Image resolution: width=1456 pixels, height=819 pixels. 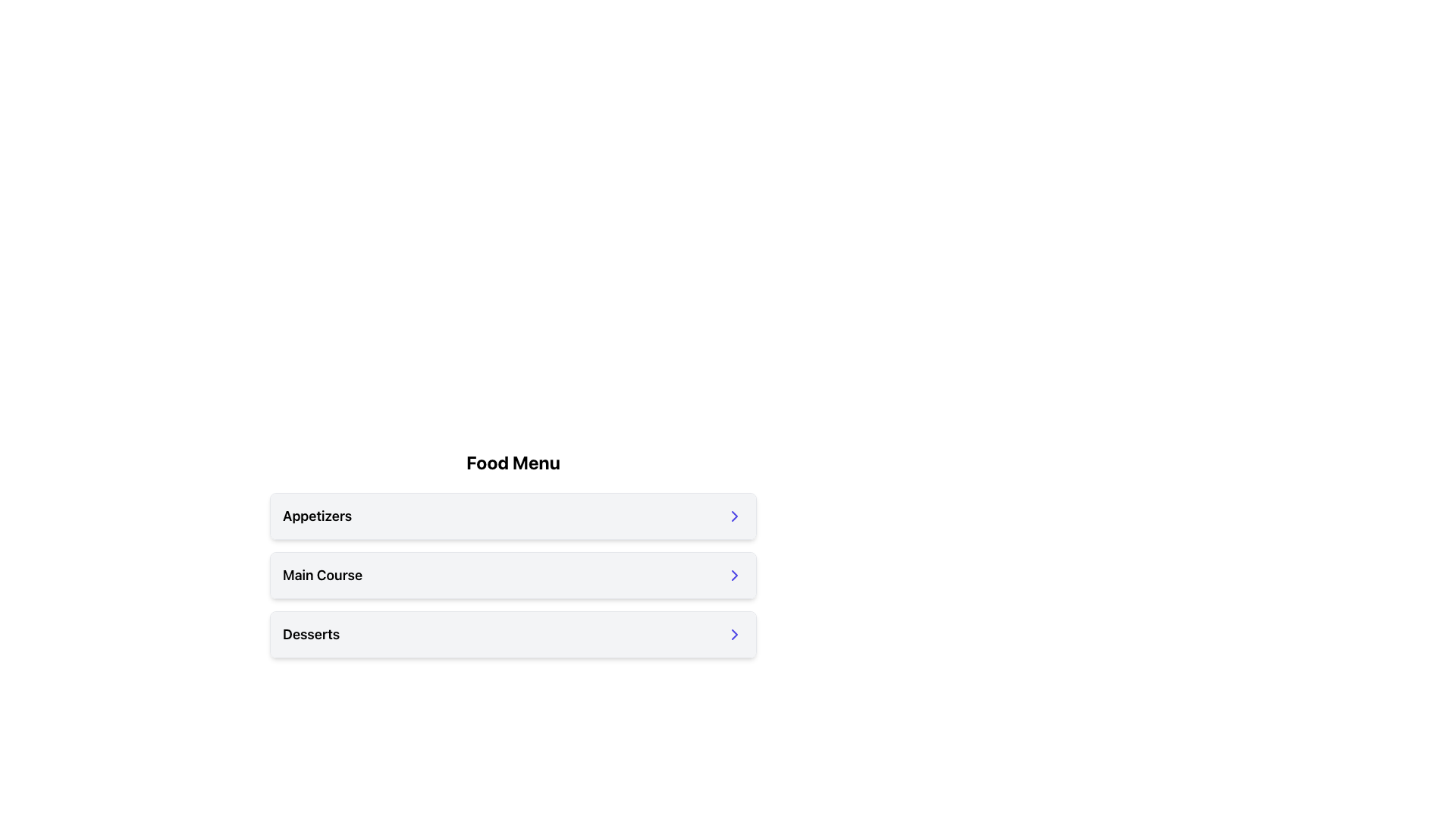 I want to click on the arrow icon indicating that the 'Desserts' option can be expanded for more details, located at the bottom right of the food menu categories, so click(x=735, y=635).